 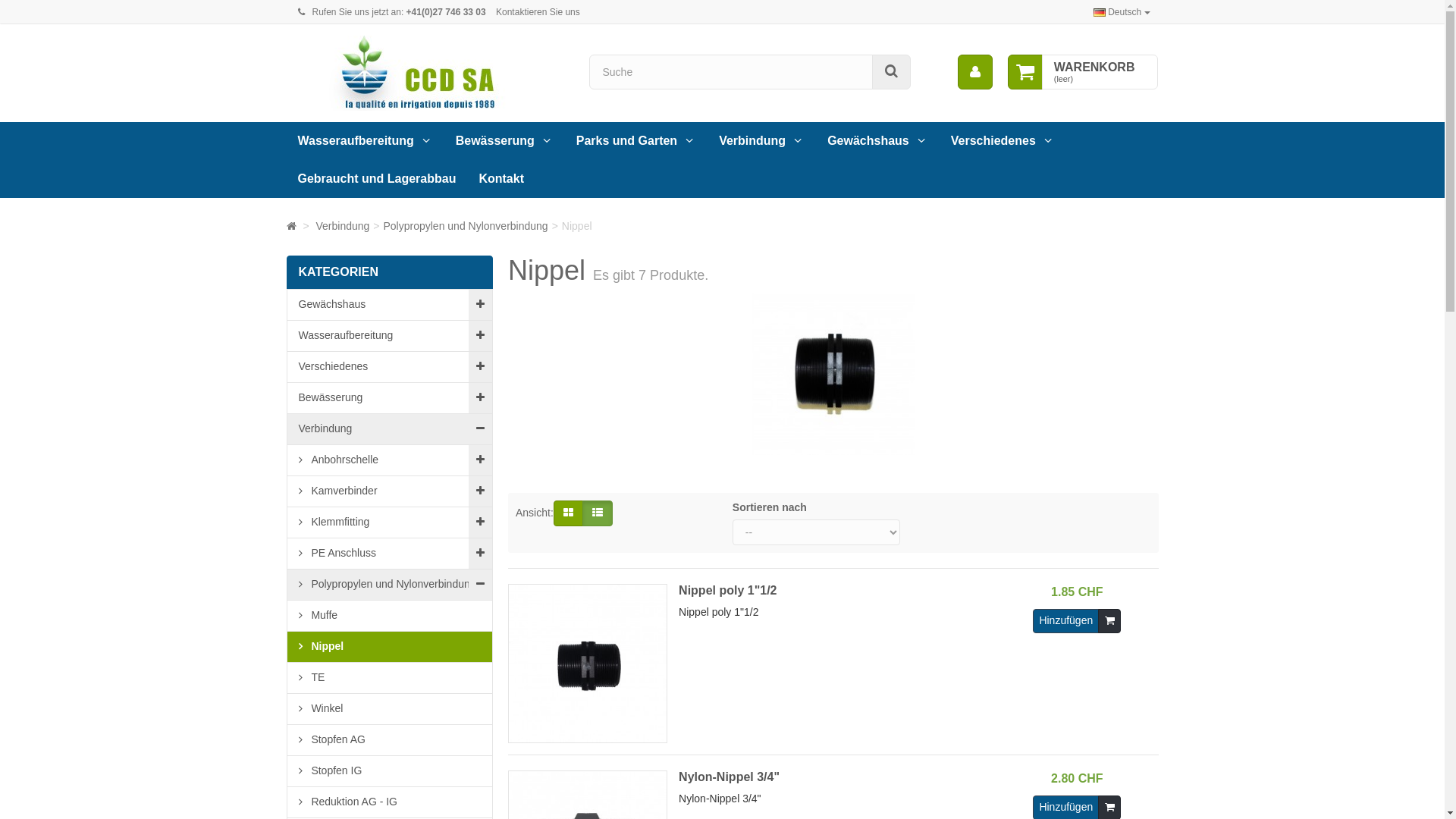 What do you see at coordinates (389, 770) in the screenshot?
I see `'Stopfen IG'` at bounding box center [389, 770].